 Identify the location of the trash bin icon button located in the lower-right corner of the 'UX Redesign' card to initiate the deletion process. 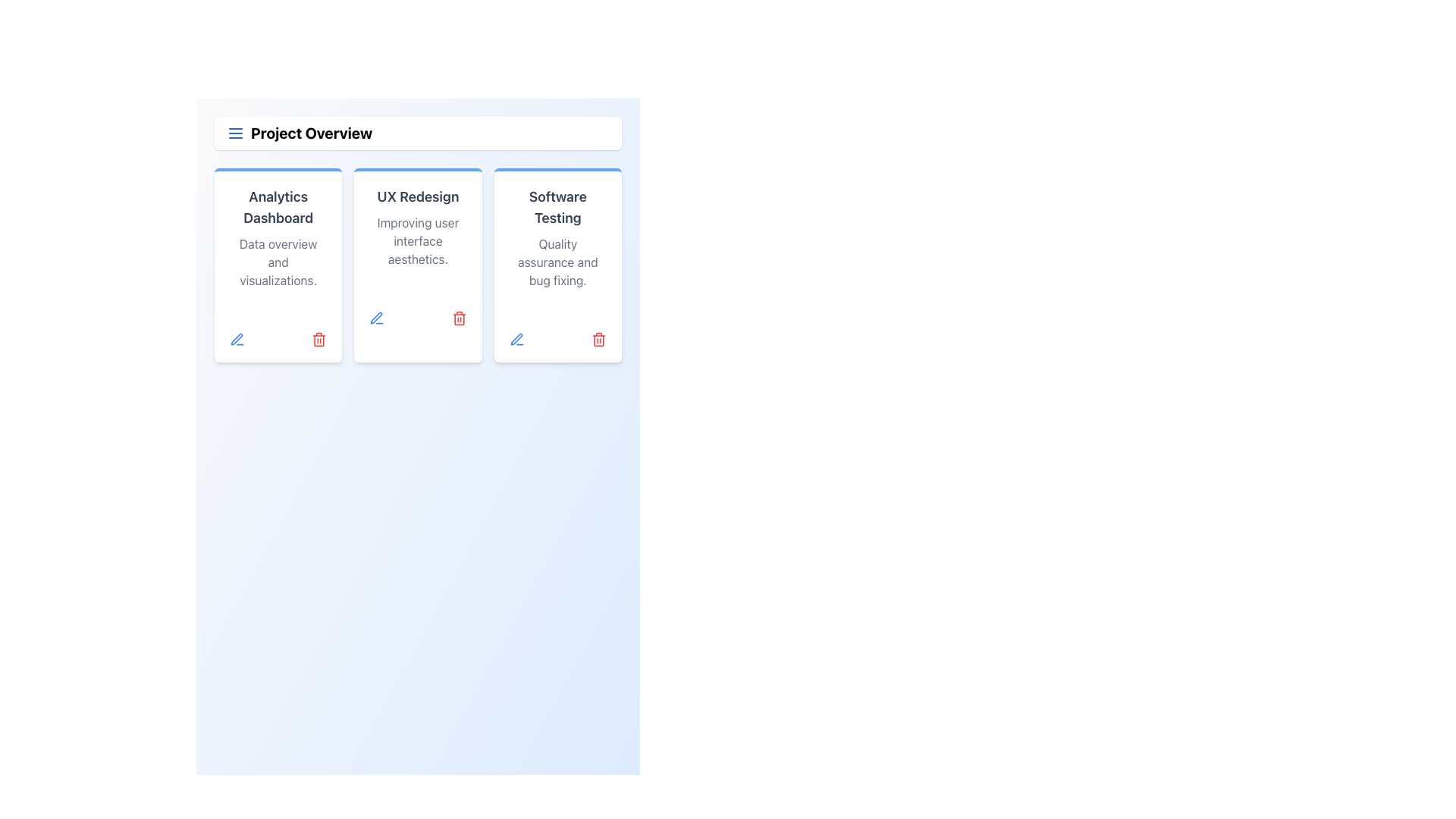
(458, 318).